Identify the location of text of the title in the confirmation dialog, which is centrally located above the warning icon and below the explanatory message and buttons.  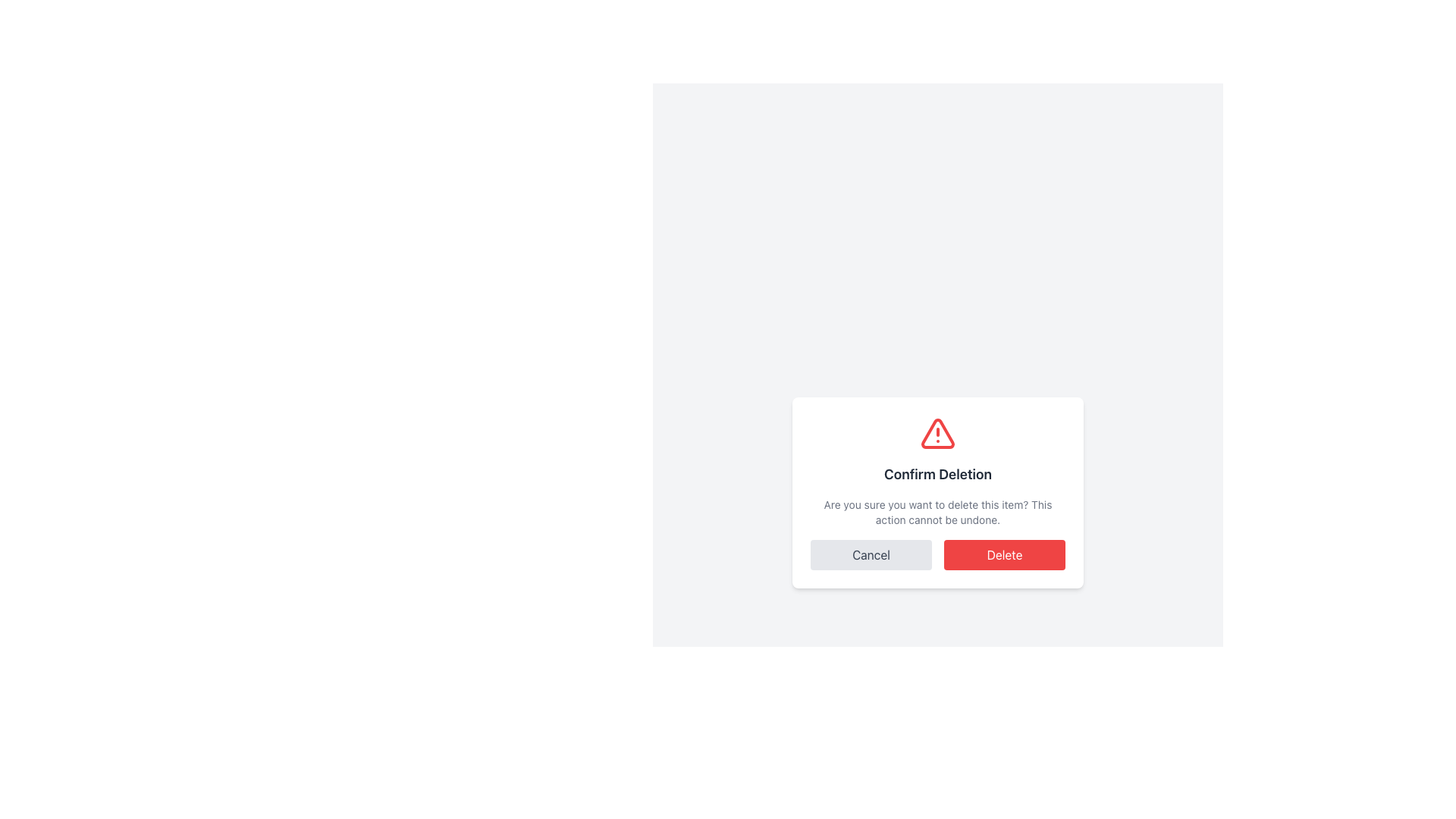
(937, 473).